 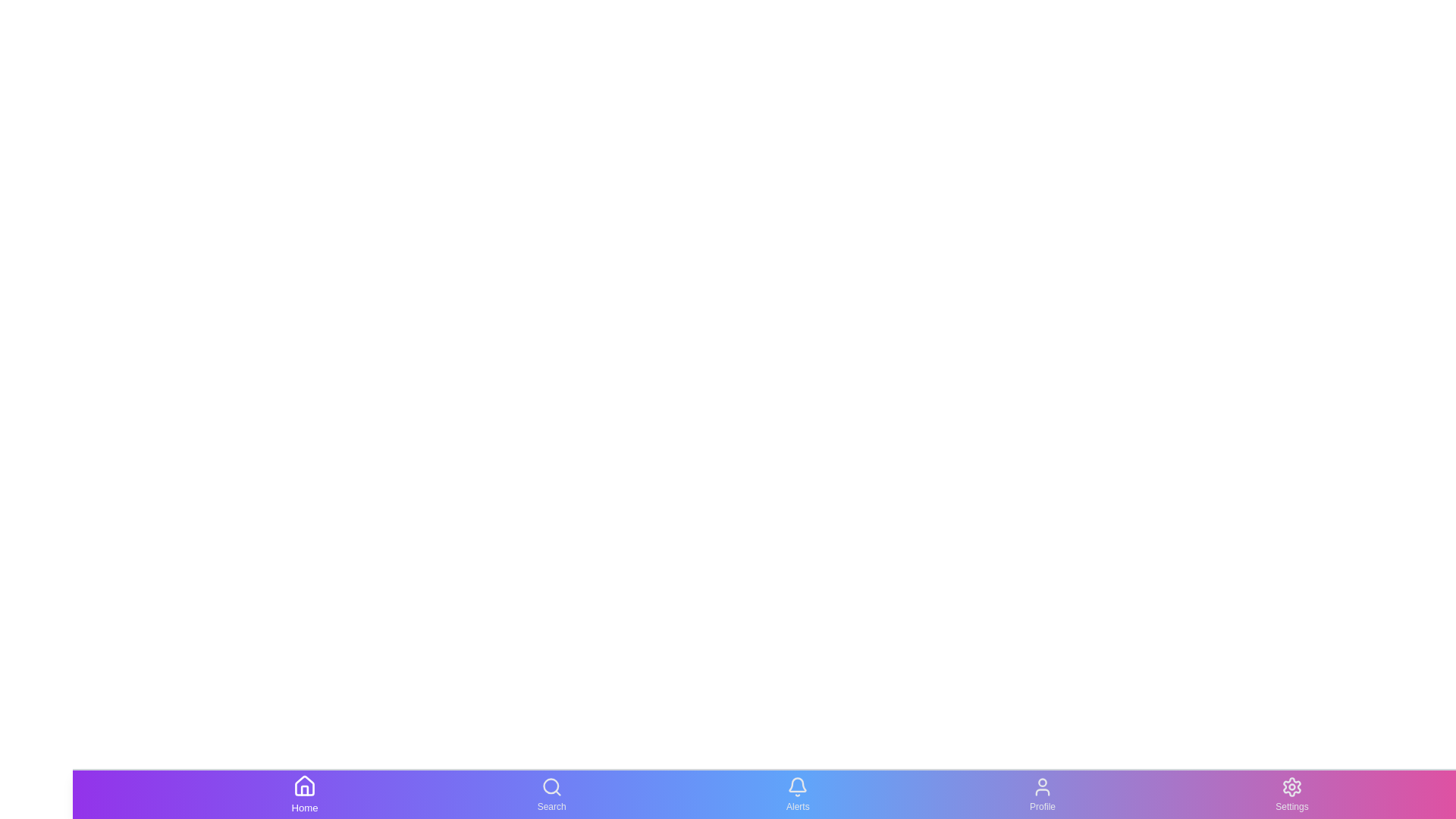 I want to click on the Settings tab in the bottom navigation bar, so click(x=1291, y=794).